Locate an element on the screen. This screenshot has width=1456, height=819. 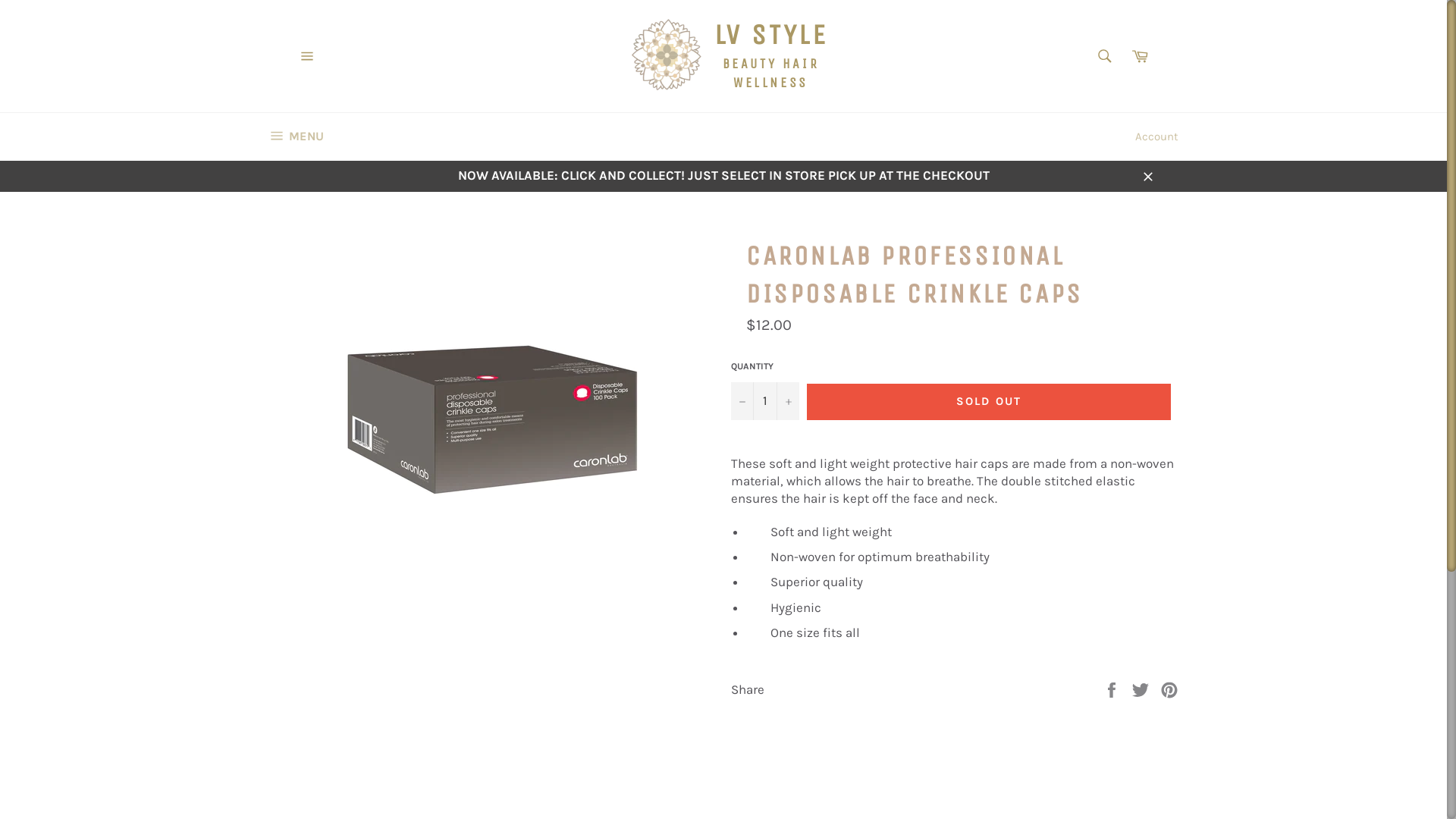
'SOLD OUT' is located at coordinates (989, 400).